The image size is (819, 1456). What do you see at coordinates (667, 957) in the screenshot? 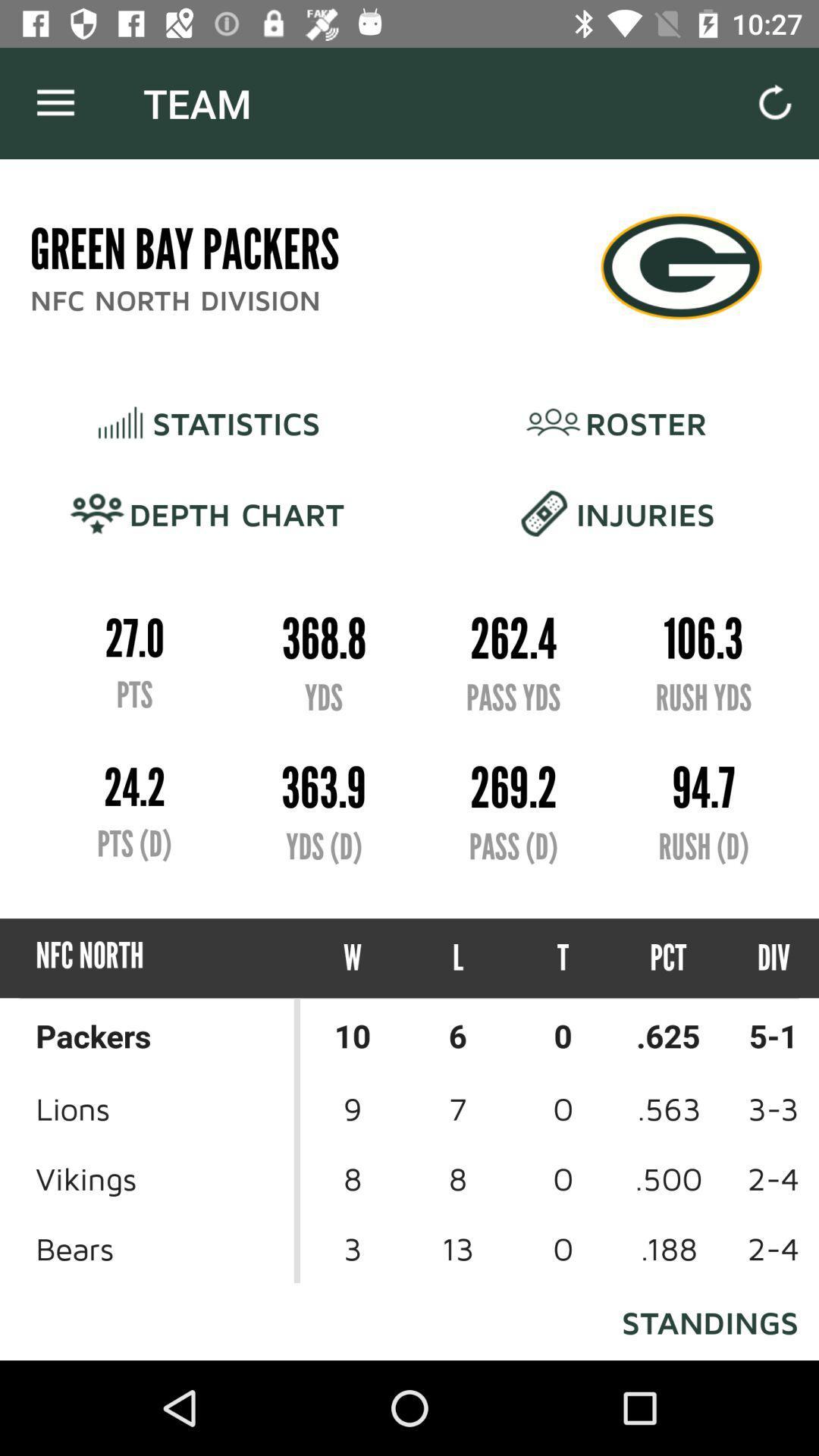
I see `icon above the 0` at bounding box center [667, 957].